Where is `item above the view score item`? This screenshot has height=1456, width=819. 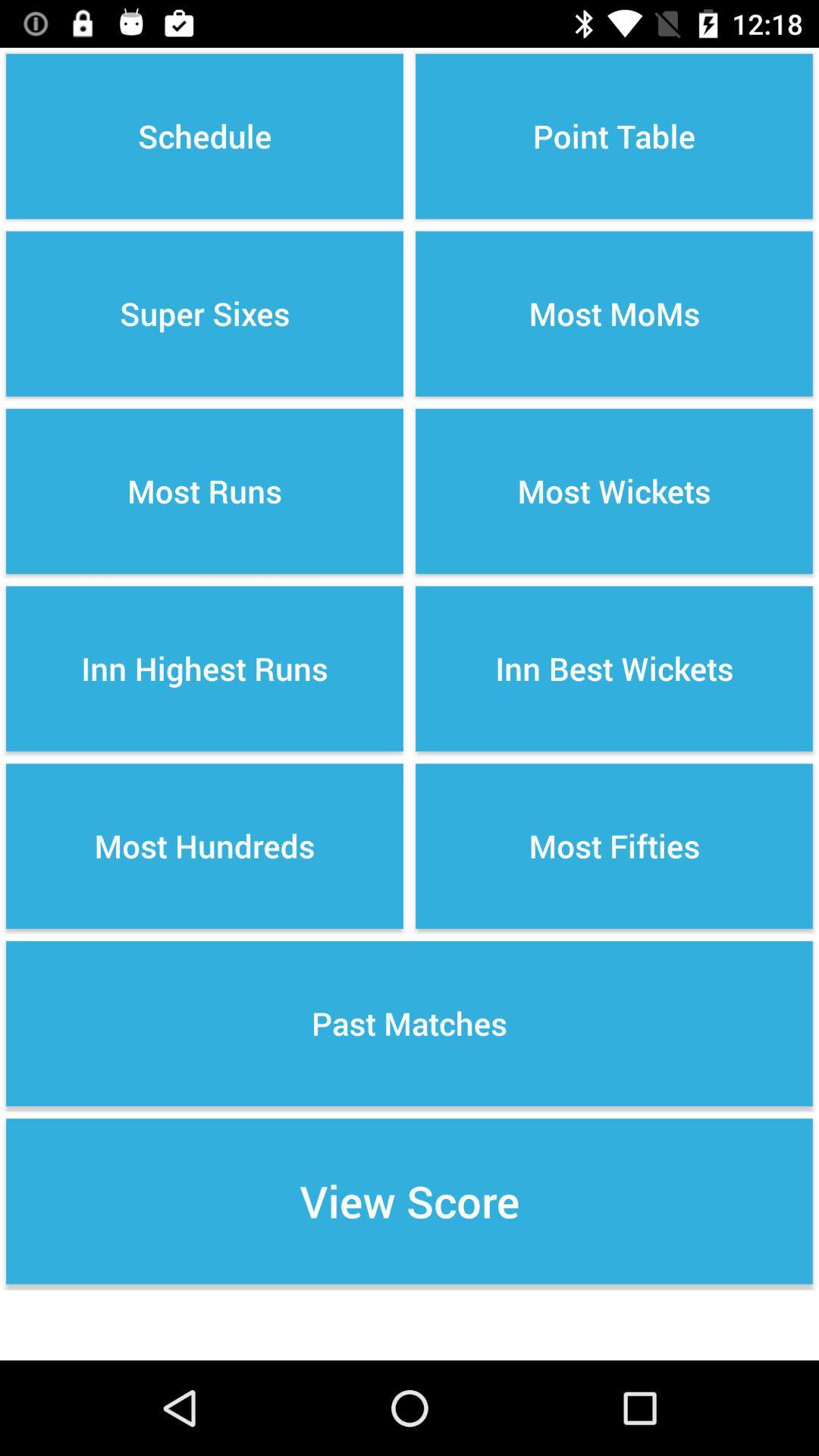
item above the view score item is located at coordinates (409, 1023).